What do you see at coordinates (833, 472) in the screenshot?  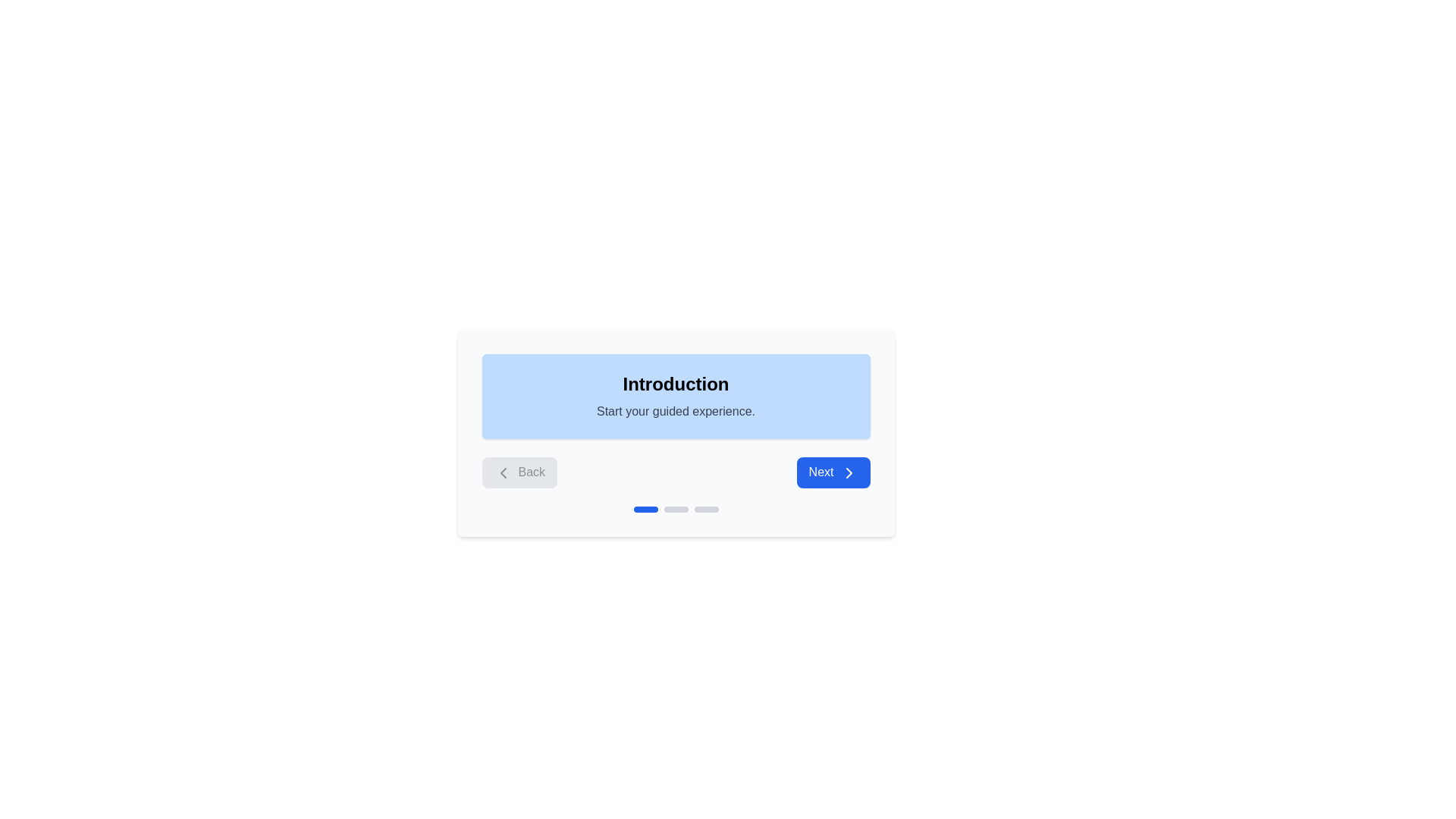 I see `'Next' button to navigate to the next step` at bounding box center [833, 472].